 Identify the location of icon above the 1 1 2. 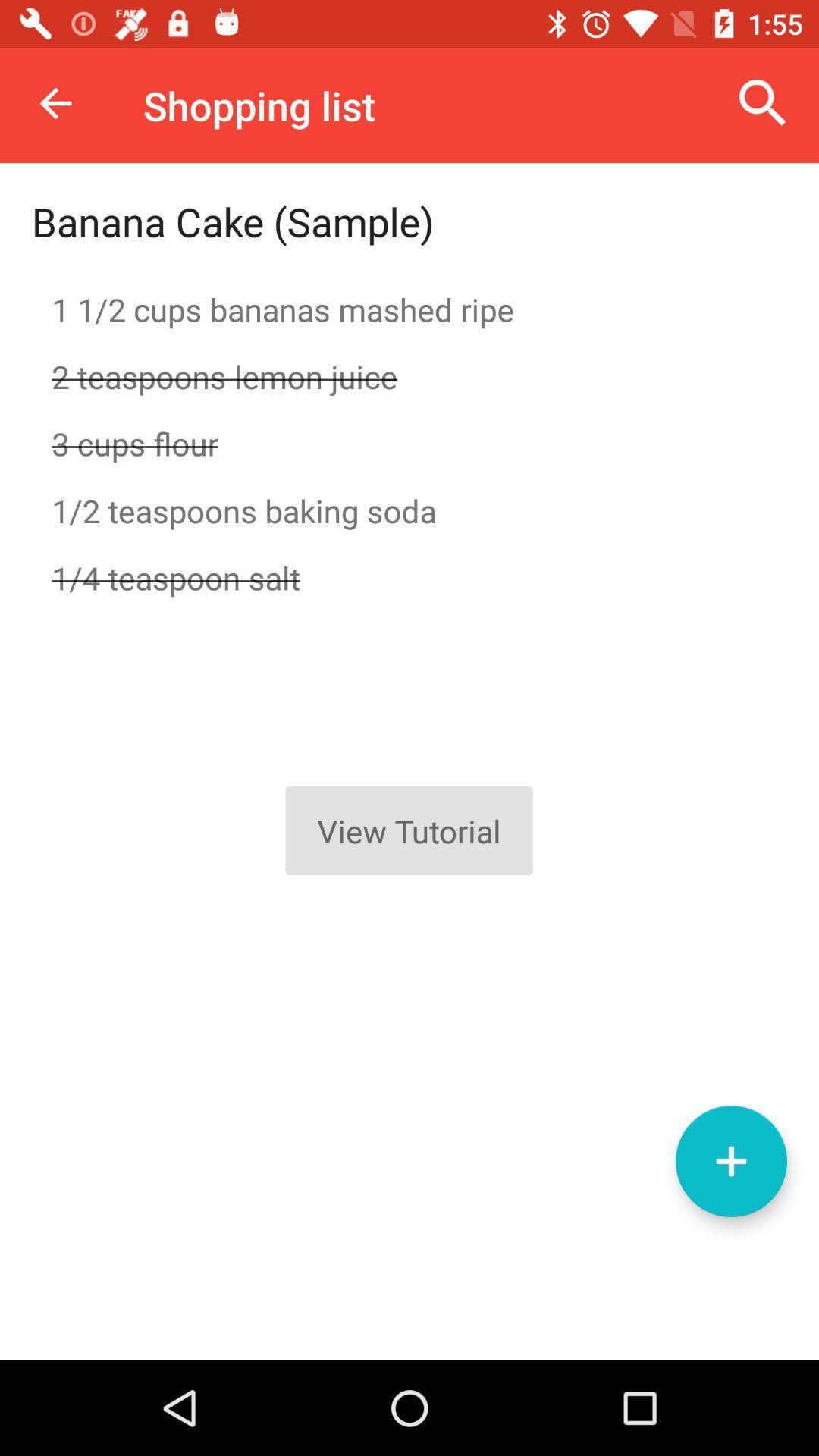
(763, 102).